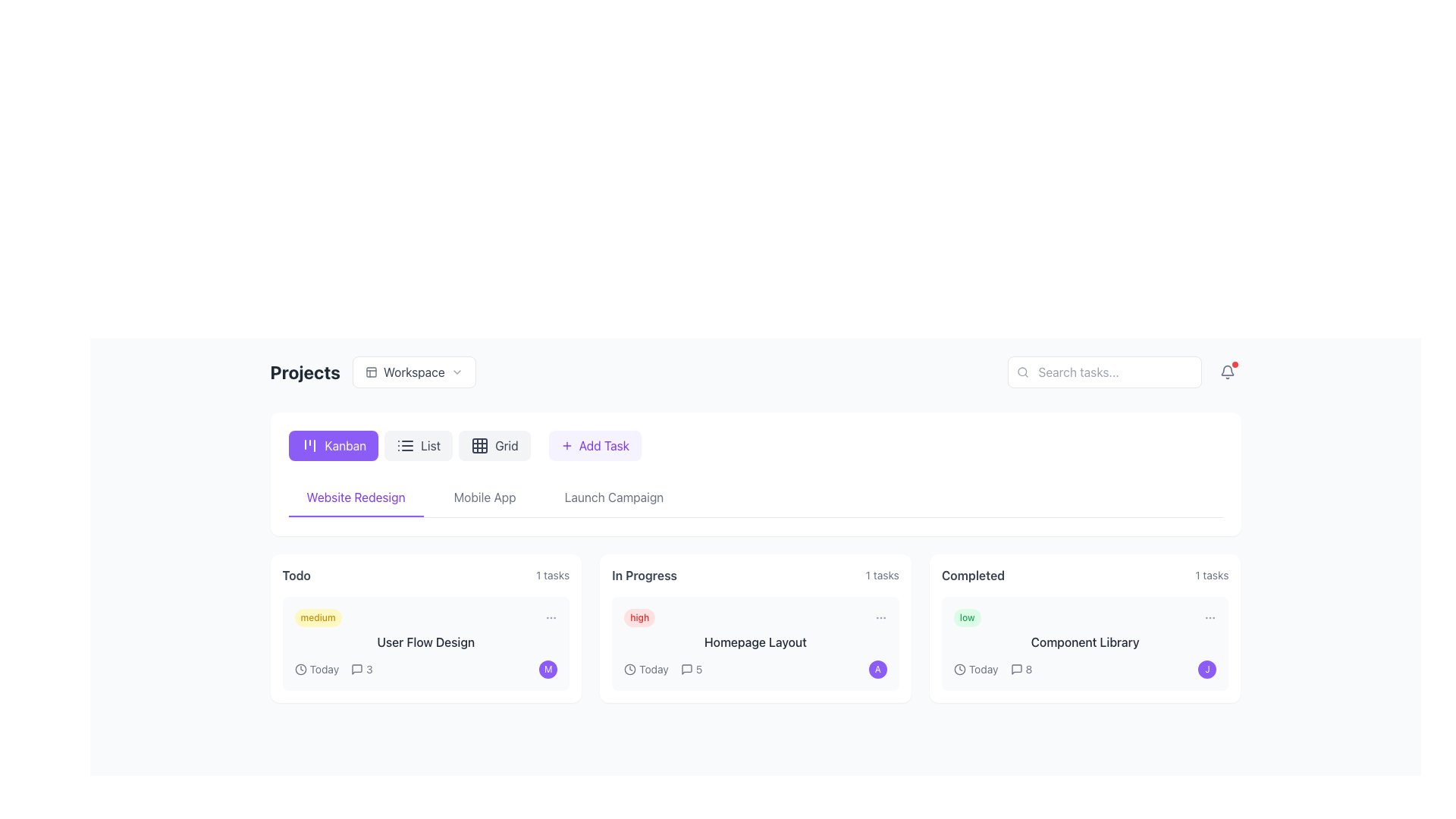  Describe the element at coordinates (566, 444) in the screenshot. I see `the 'Add Task' icon, which visually represents the action of adding a new task, located to the left of the text label within the button` at that location.